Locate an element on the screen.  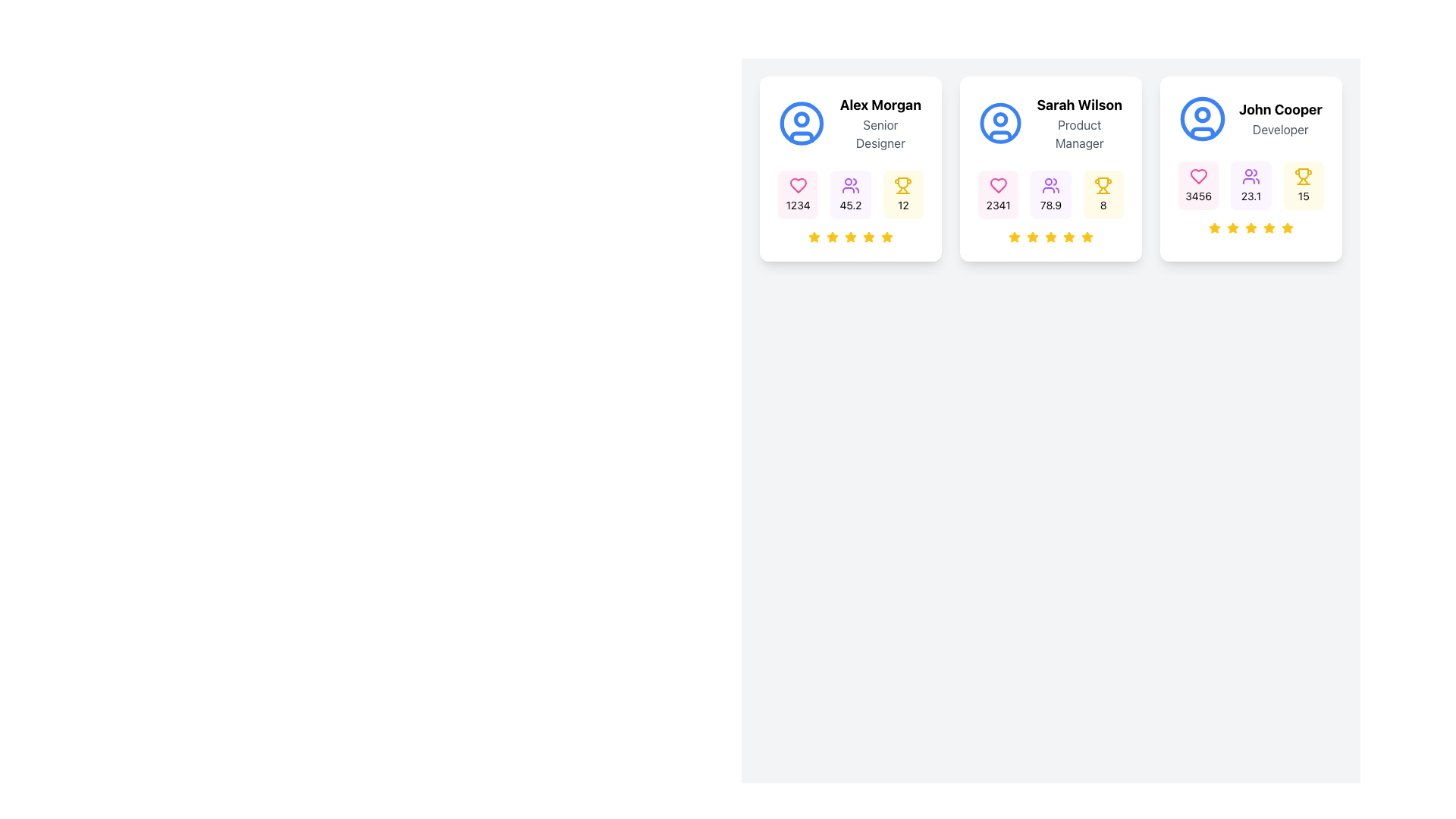
the yellow star-shaped rating icon located in the sixth position of the row of seven stars at the bottom of the profile card to rate it is located at coordinates (1086, 237).